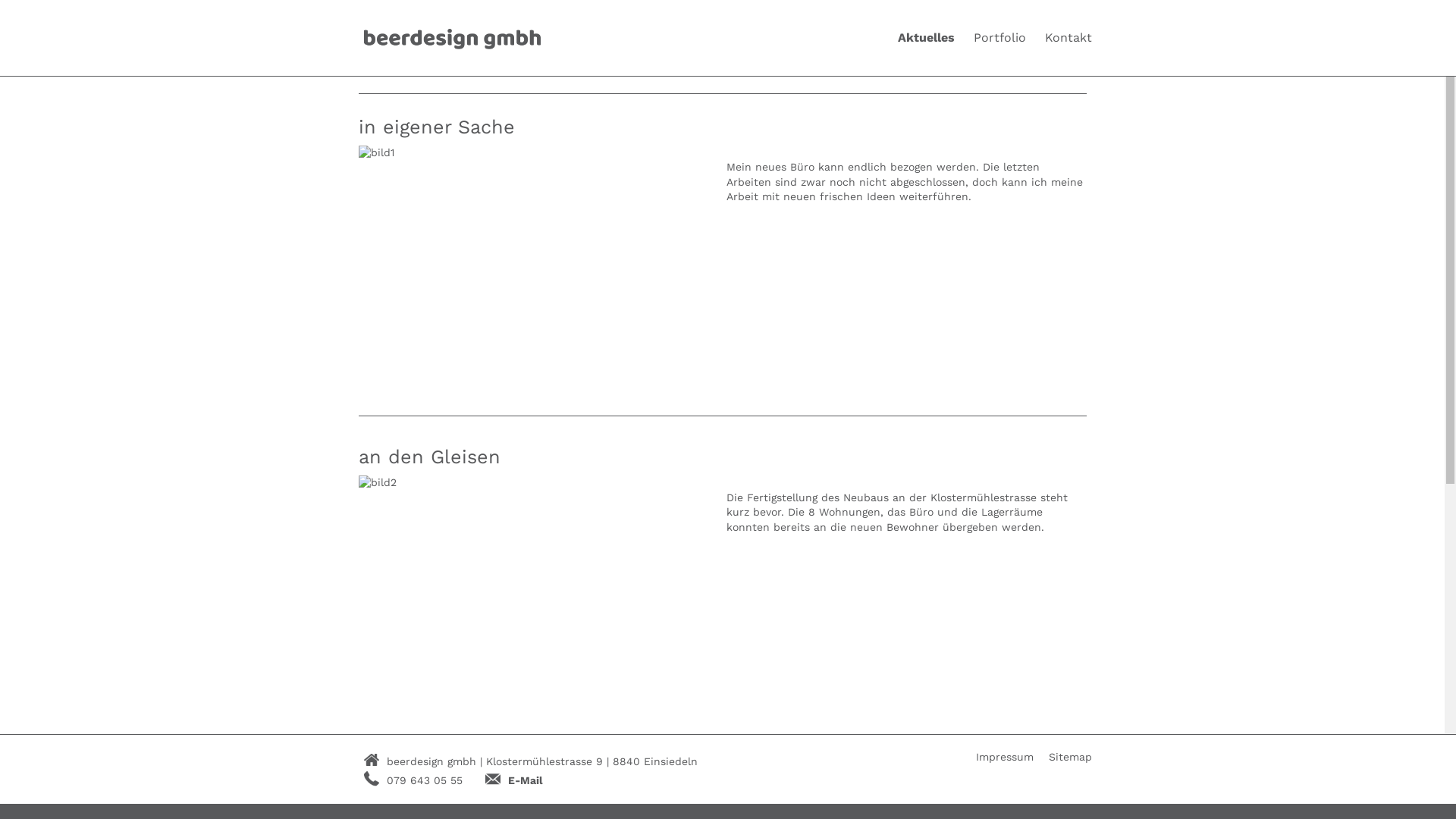  I want to click on 'Impressum', so click(1004, 758).